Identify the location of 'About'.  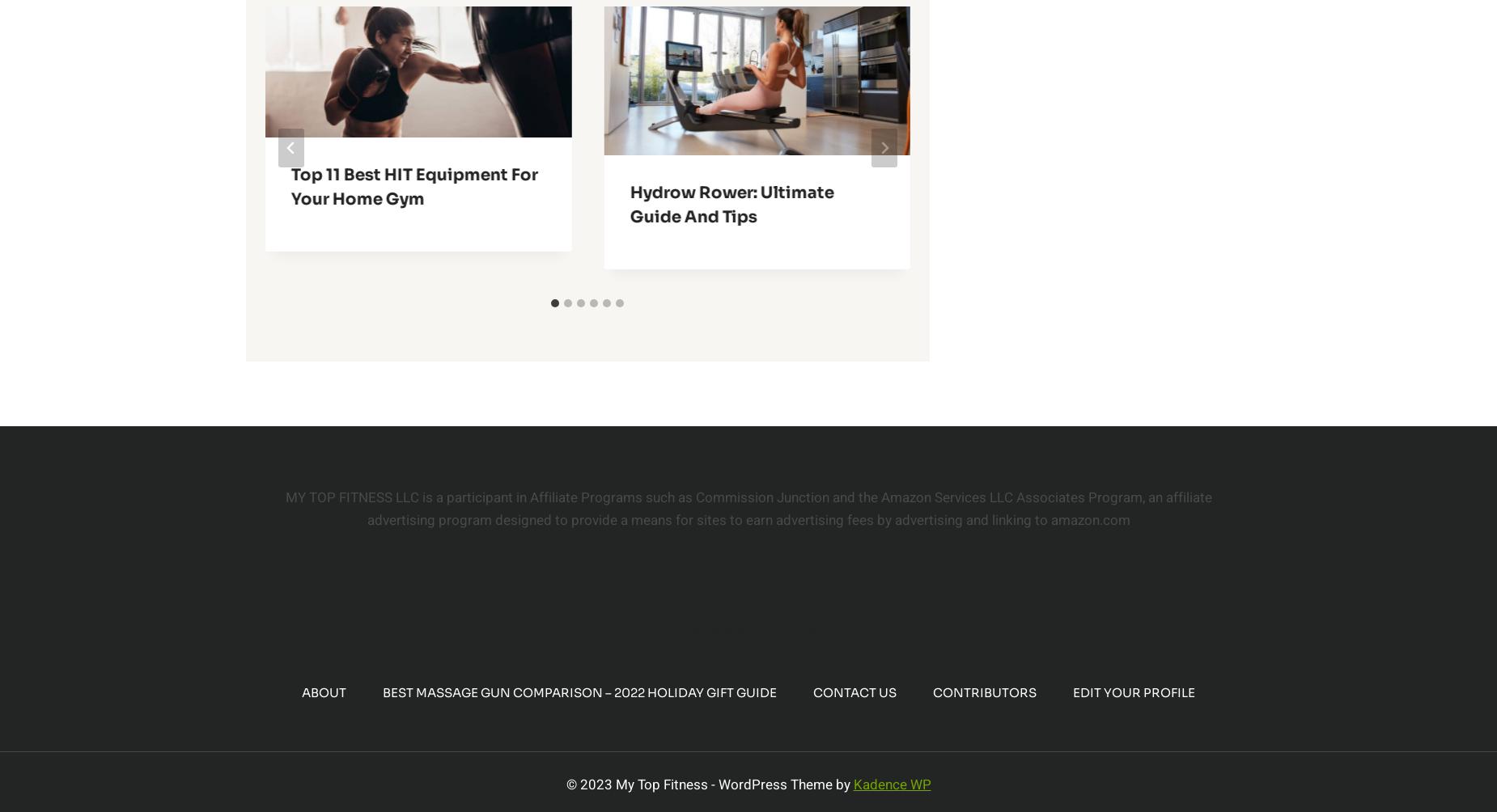
(300, 692).